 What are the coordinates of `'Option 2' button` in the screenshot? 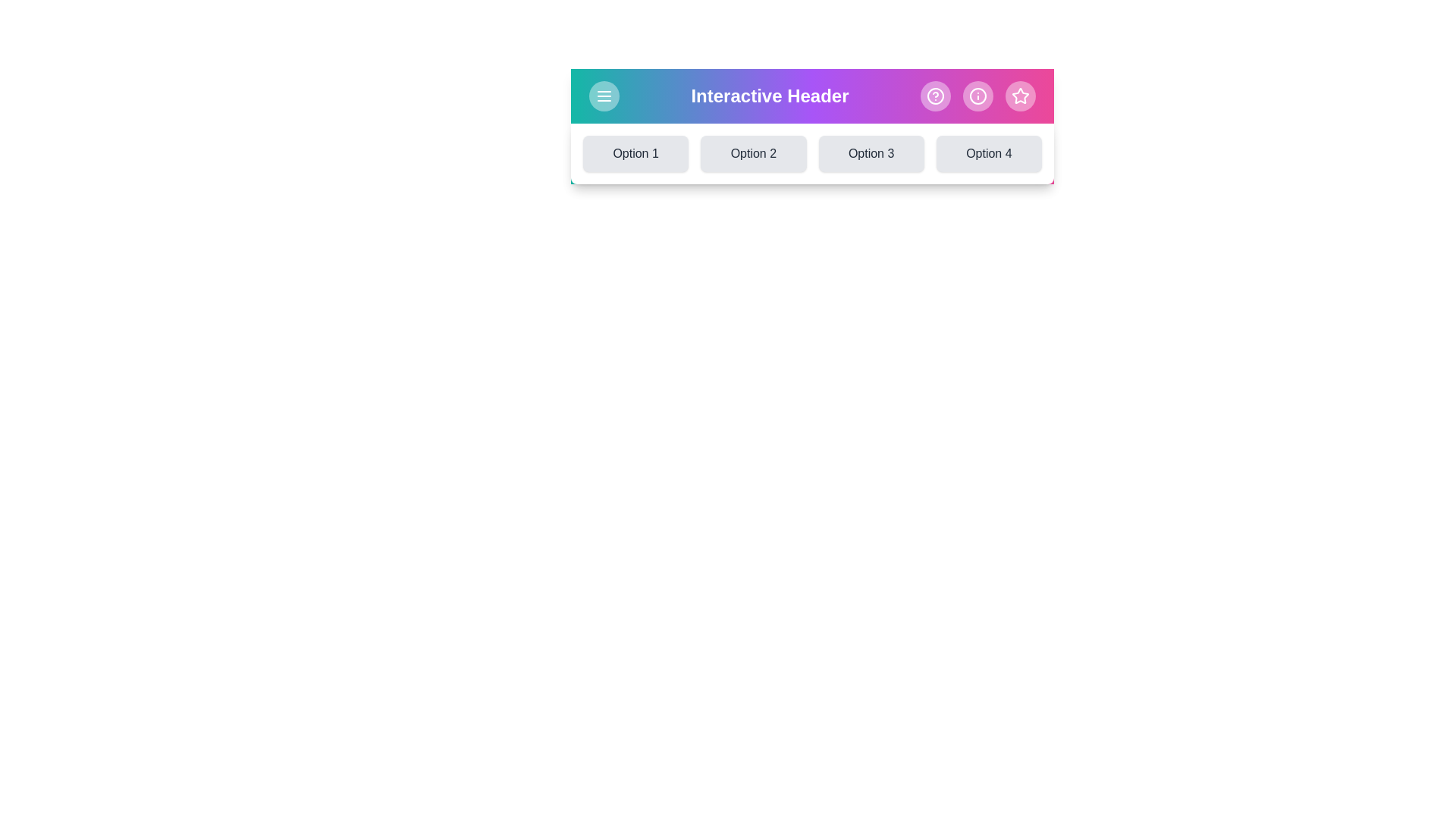 It's located at (753, 154).